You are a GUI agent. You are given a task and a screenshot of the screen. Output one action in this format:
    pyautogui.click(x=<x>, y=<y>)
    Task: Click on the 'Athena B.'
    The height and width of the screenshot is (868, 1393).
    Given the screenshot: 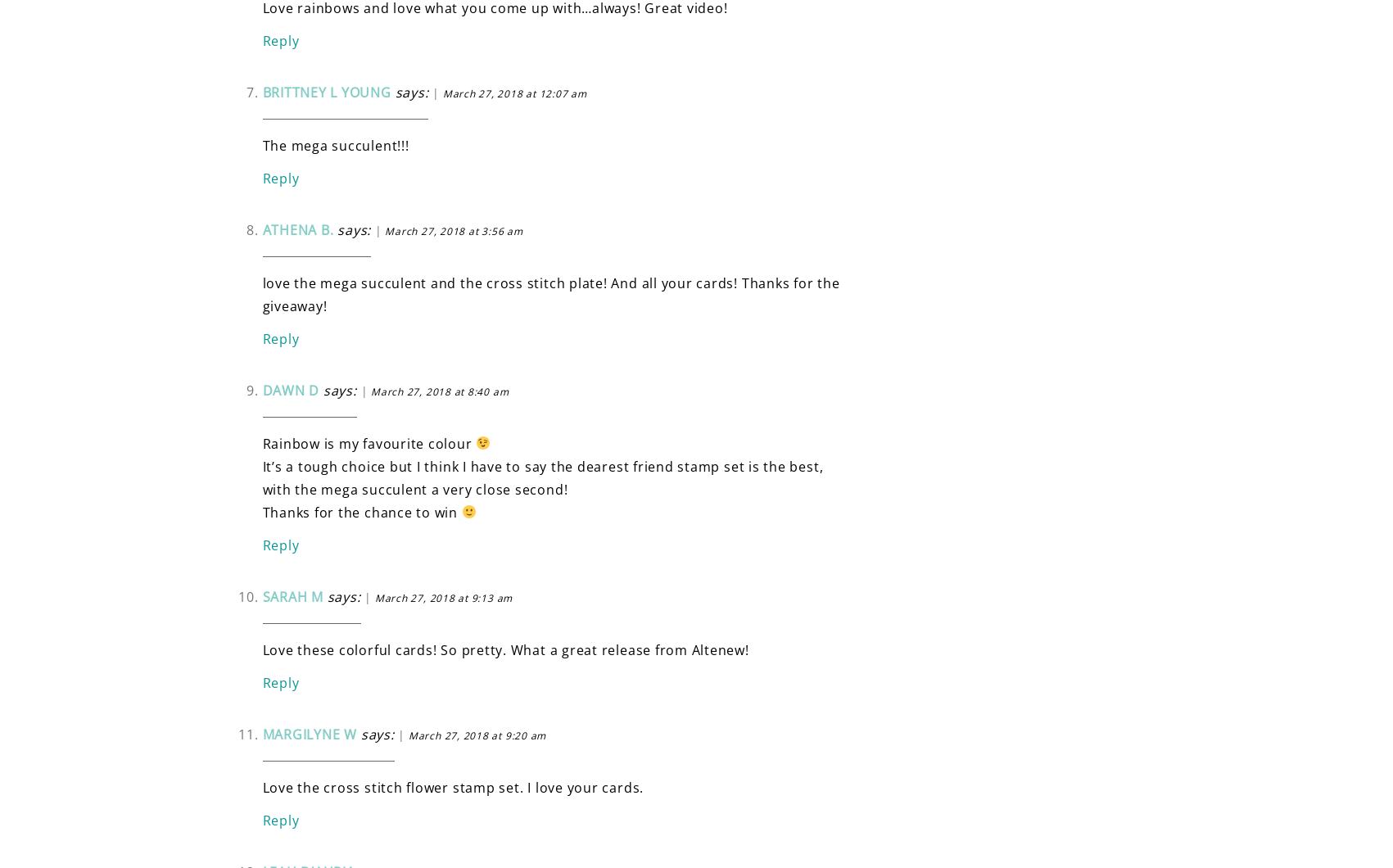 What is the action you would take?
    pyautogui.click(x=297, y=229)
    